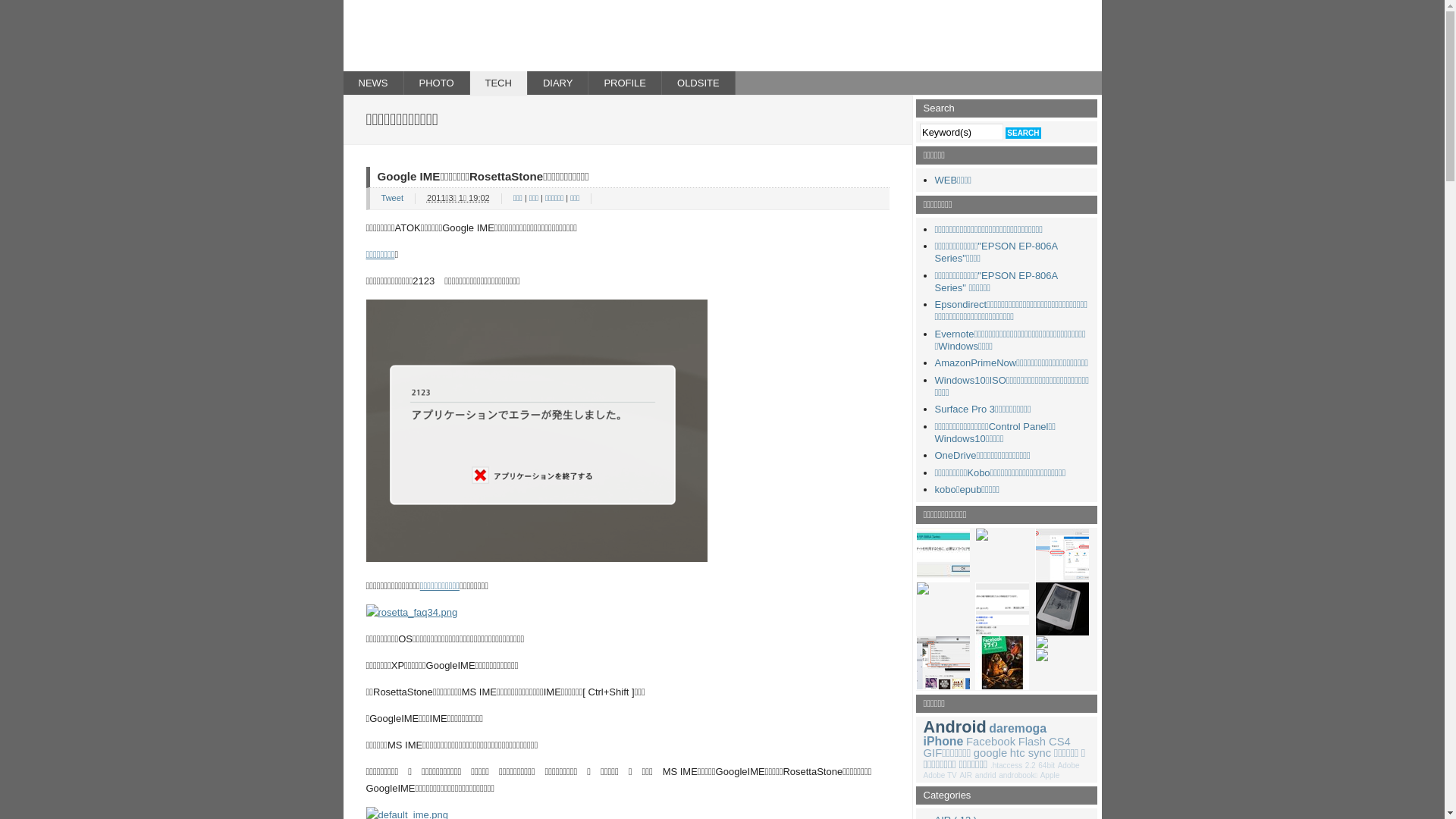 The width and height of the screenshot is (1456, 819). I want to click on 'NEWS', so click(341, 83).